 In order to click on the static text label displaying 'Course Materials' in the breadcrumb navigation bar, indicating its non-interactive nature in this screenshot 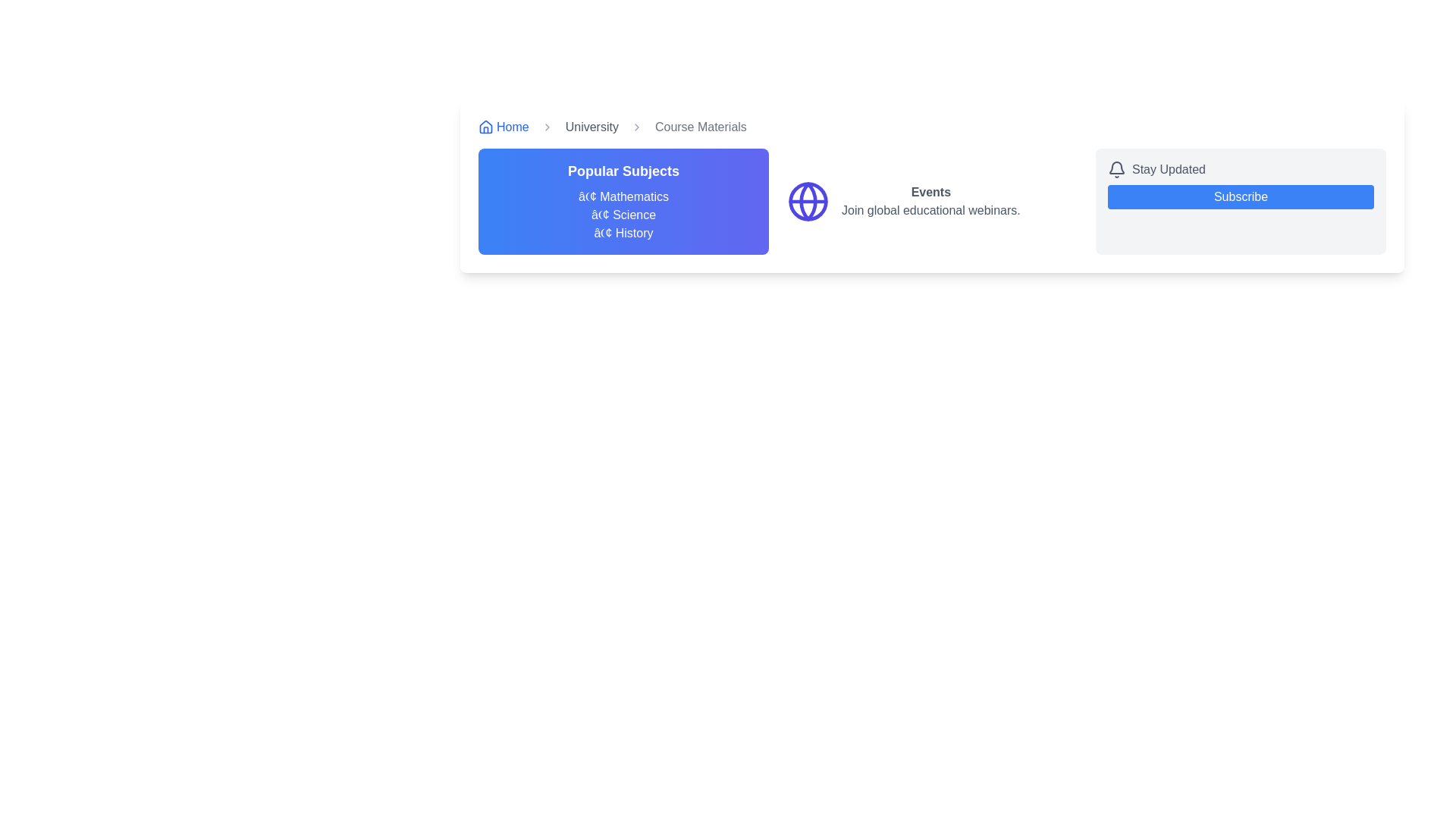, I will do `click(700, 127)`.